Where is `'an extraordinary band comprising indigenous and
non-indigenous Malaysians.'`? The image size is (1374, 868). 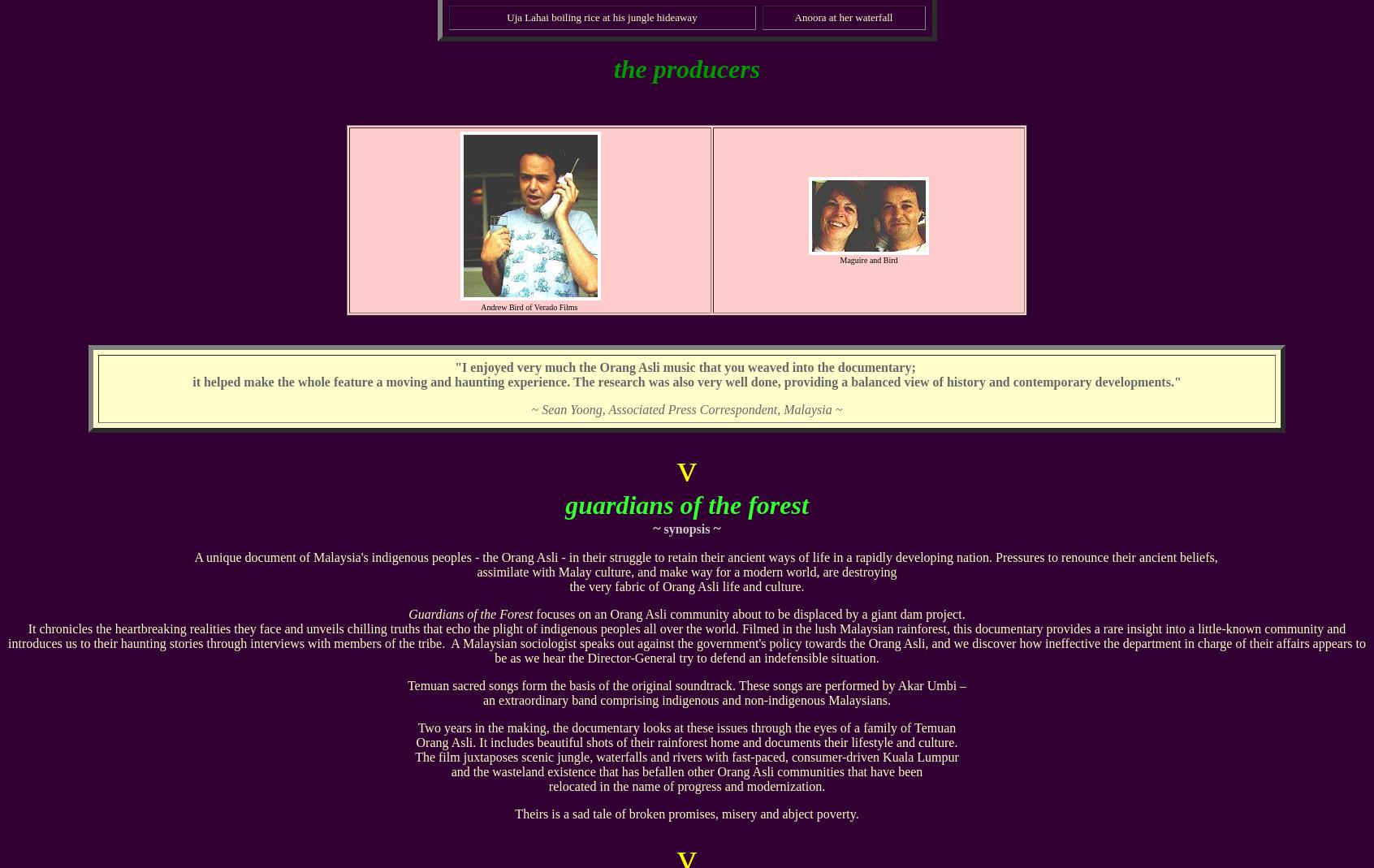
'an extraordinary band comprising indigenous and
non-indigenous Malaysians.' is located at coordinates (482, 699).